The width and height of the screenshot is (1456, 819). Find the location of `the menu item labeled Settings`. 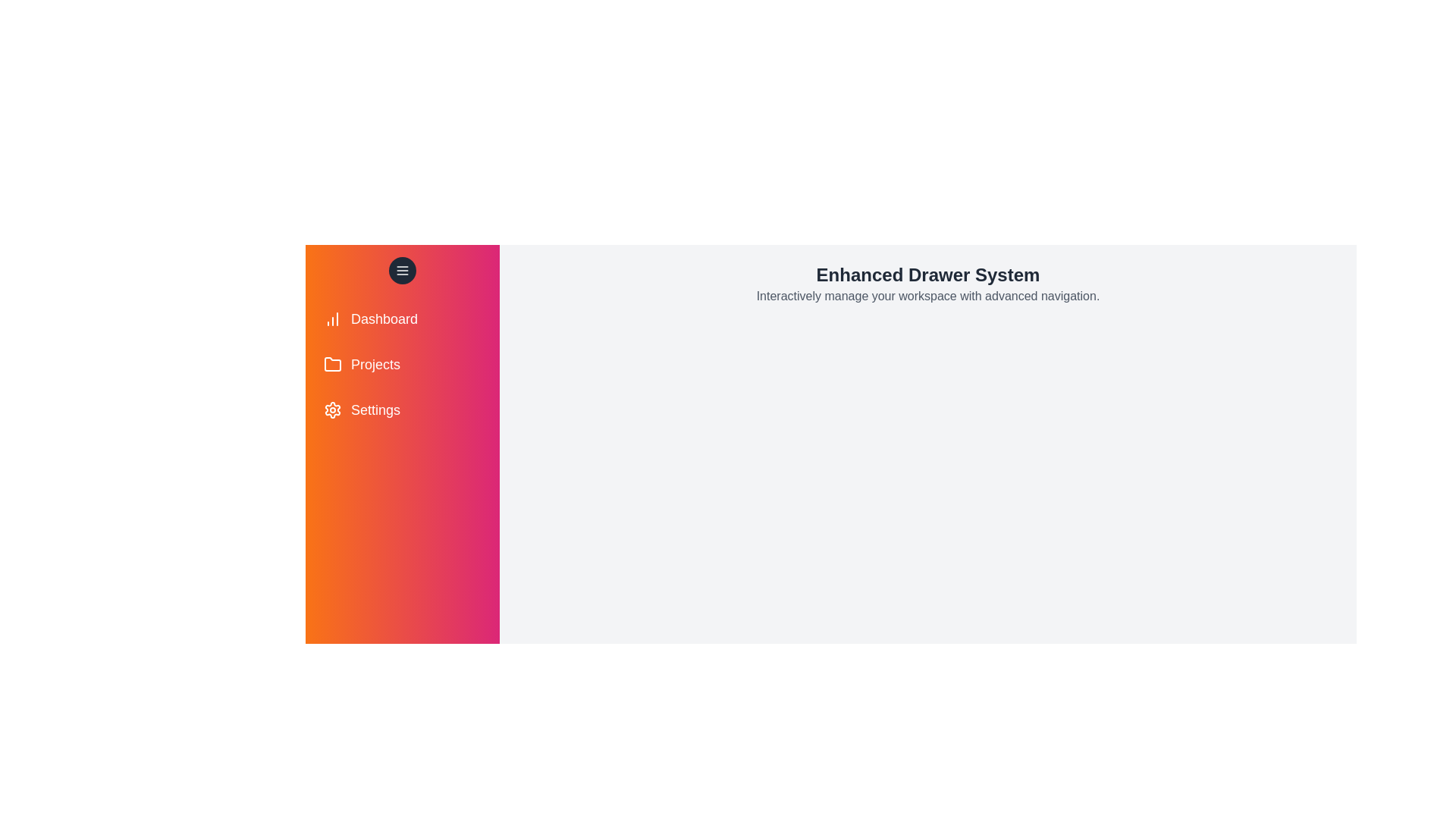

the menu item labeled Settings is located at coordinates (403, 409).